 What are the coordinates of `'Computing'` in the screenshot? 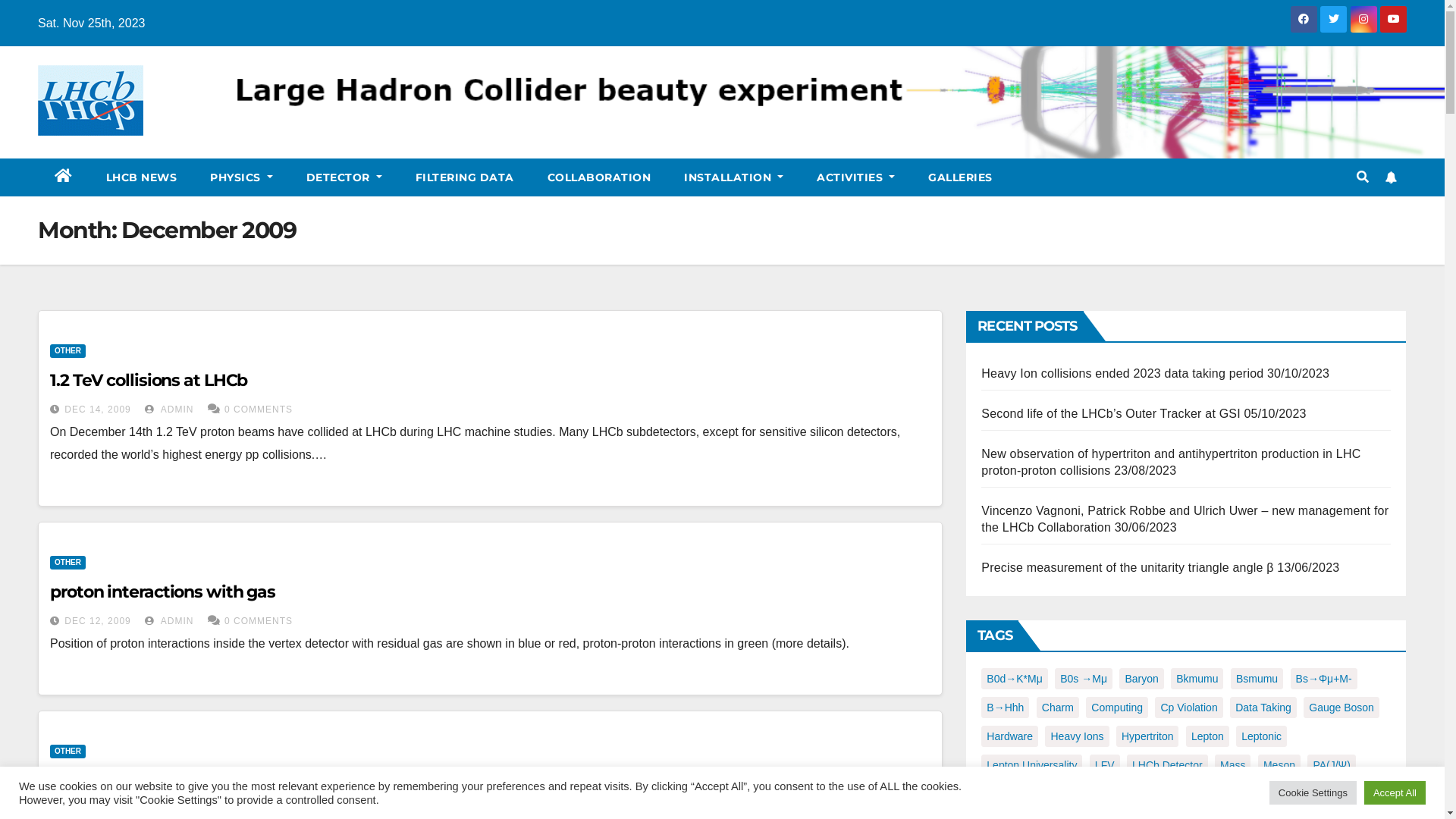 It's located at (1117, 708).